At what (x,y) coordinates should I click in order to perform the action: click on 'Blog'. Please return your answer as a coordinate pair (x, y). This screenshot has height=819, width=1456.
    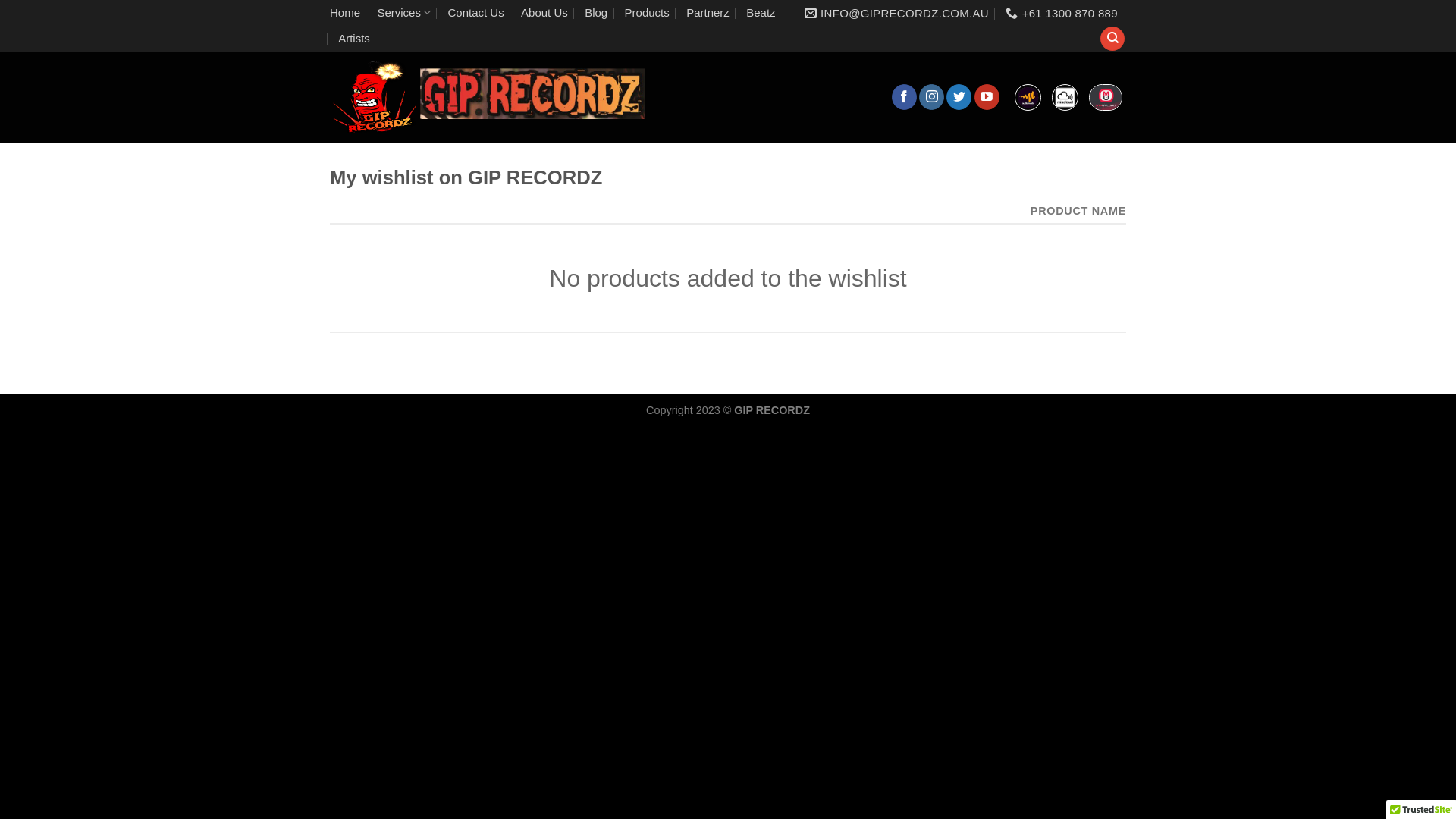
    Looking at the image, I should click on (595, 12).